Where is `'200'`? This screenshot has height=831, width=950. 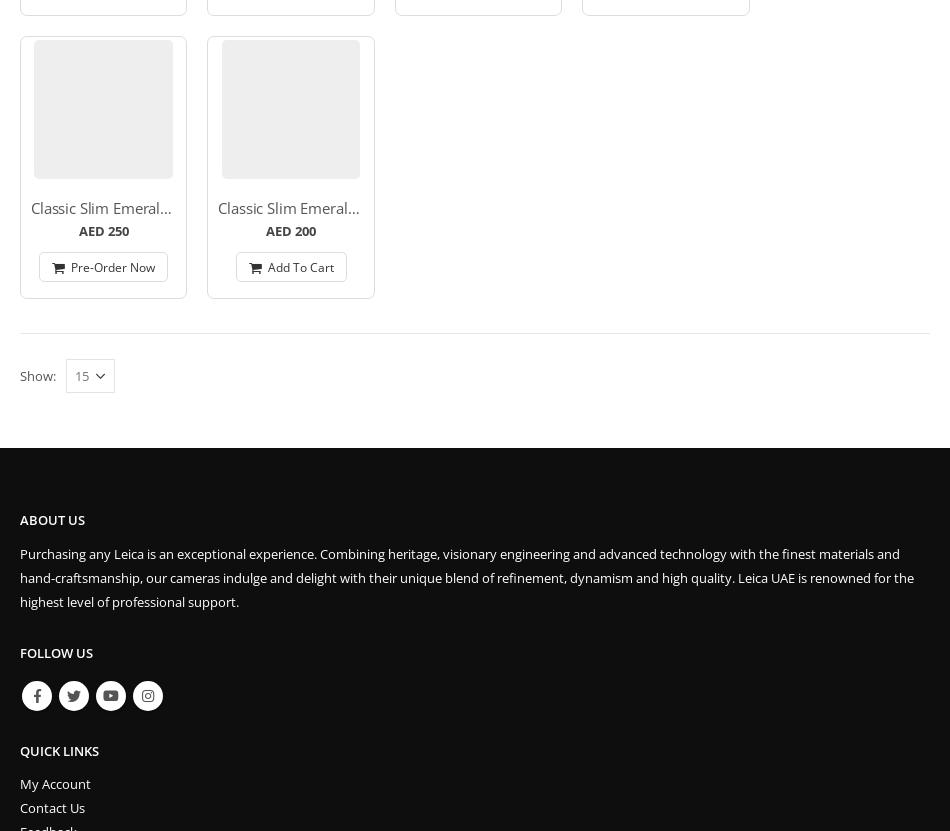 '200' is located at coordinates (293, 231).